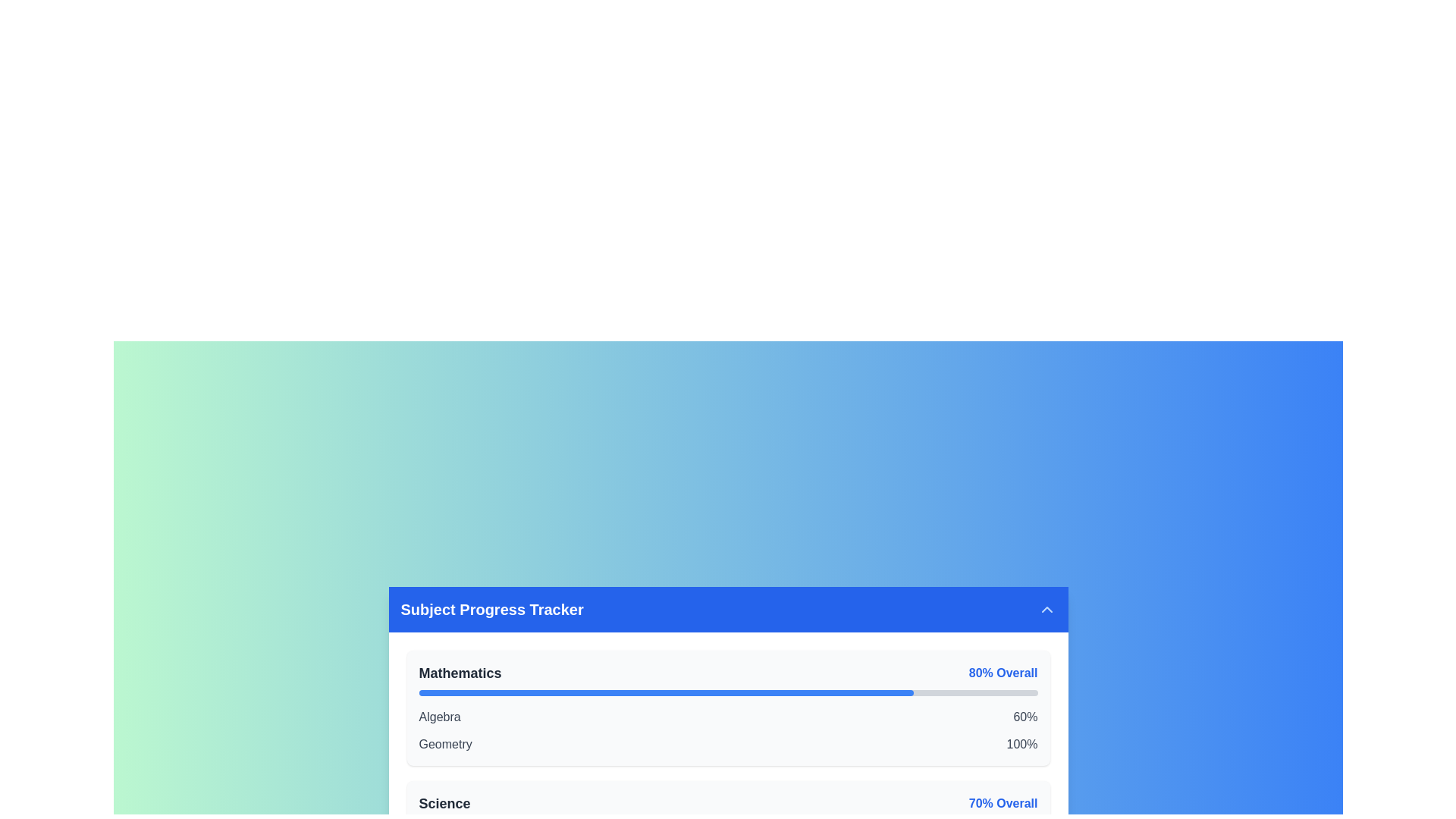  I want to click on the progress visually on the progress bar representing the 'Mathematics' category, which shows 80% completion, so click(728, 693).